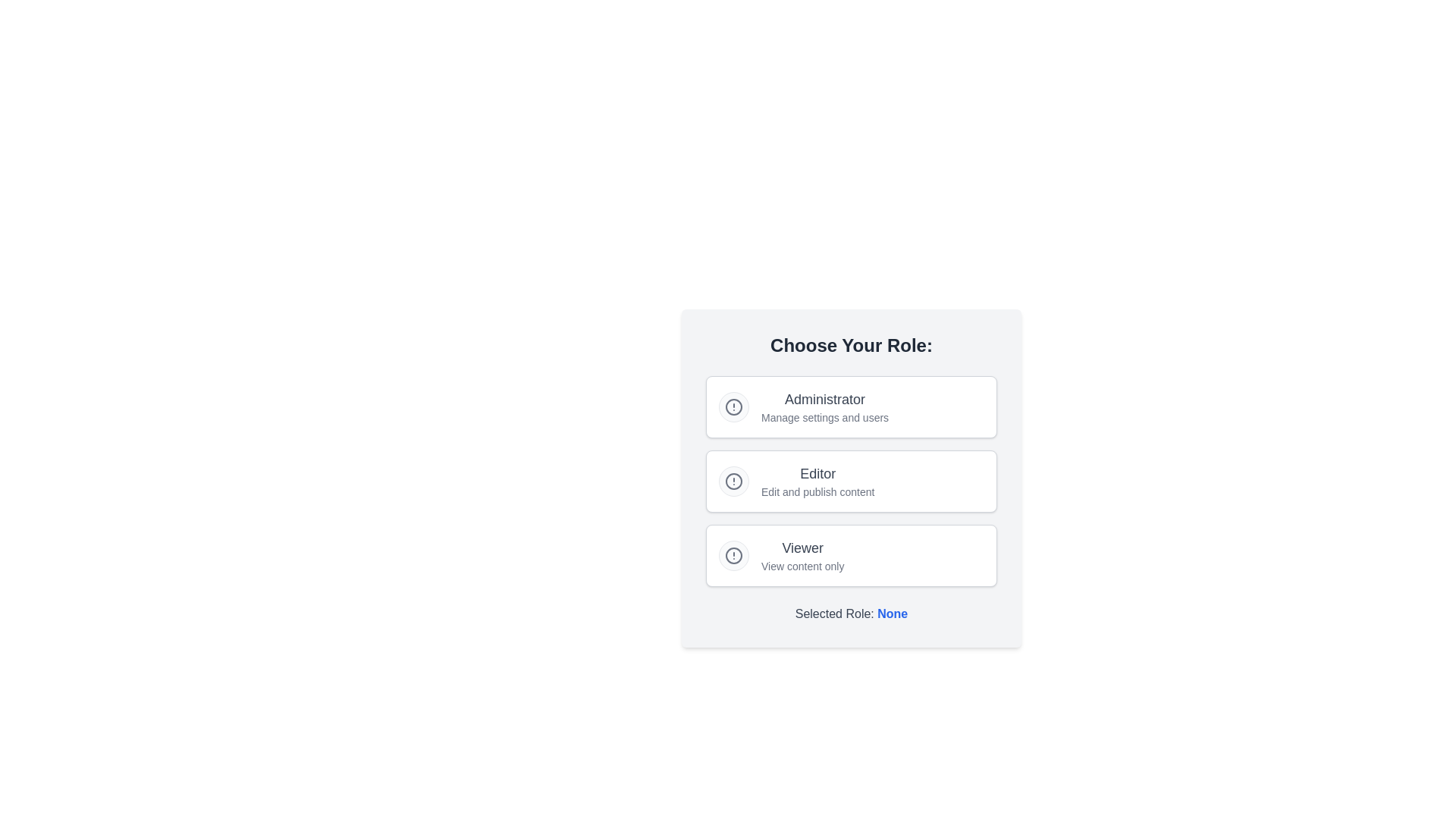  Describe the element at coordinates (817, 491) in the screenshot. I see `the text label displaying 'Edit and publish content', which is styled as a descriptive subtitle located directly beneath the title 'Editor'` at that location.